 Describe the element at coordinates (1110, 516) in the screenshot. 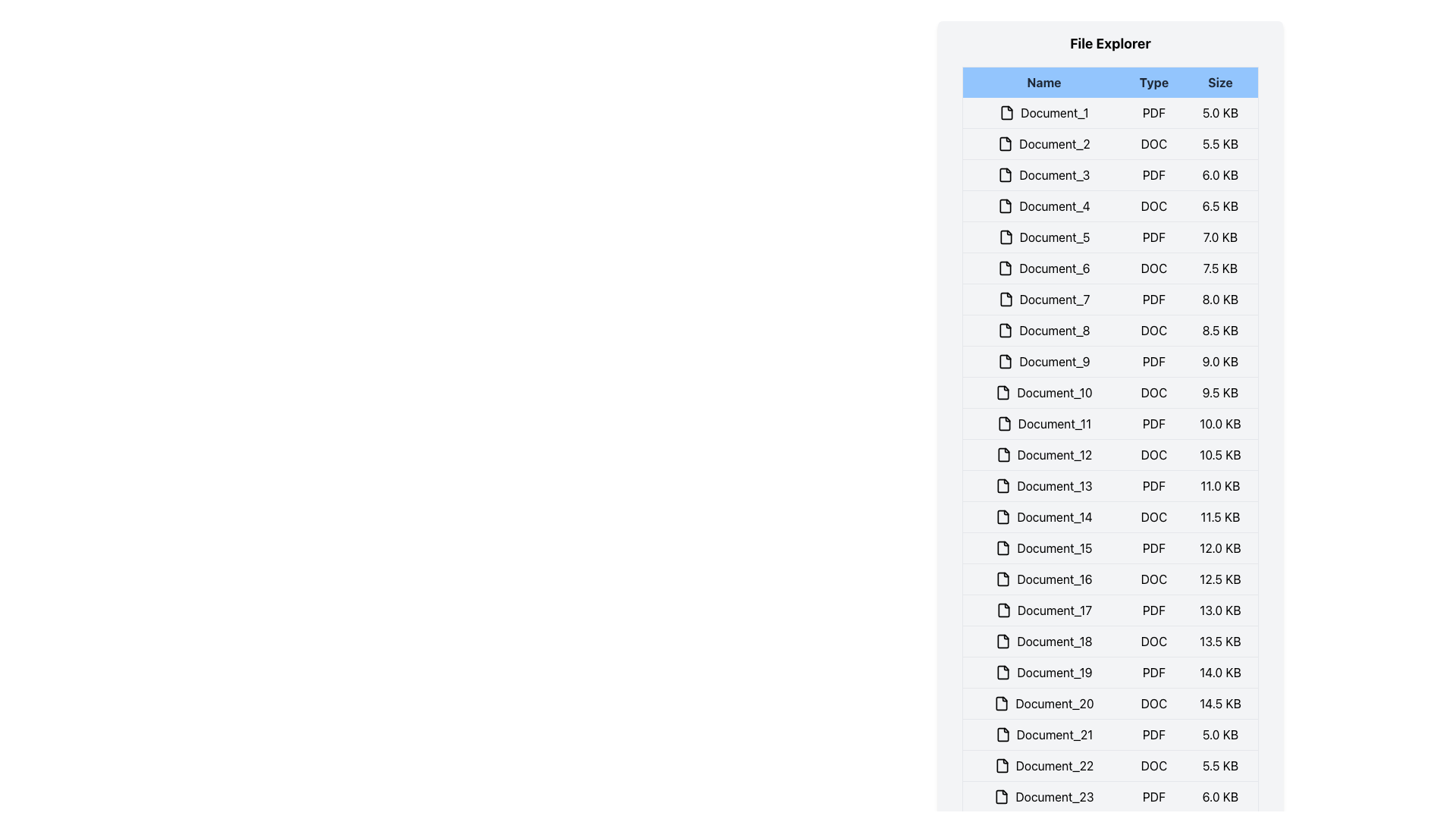

I see `the document name 'Document_14' in the file row entry` at that location.